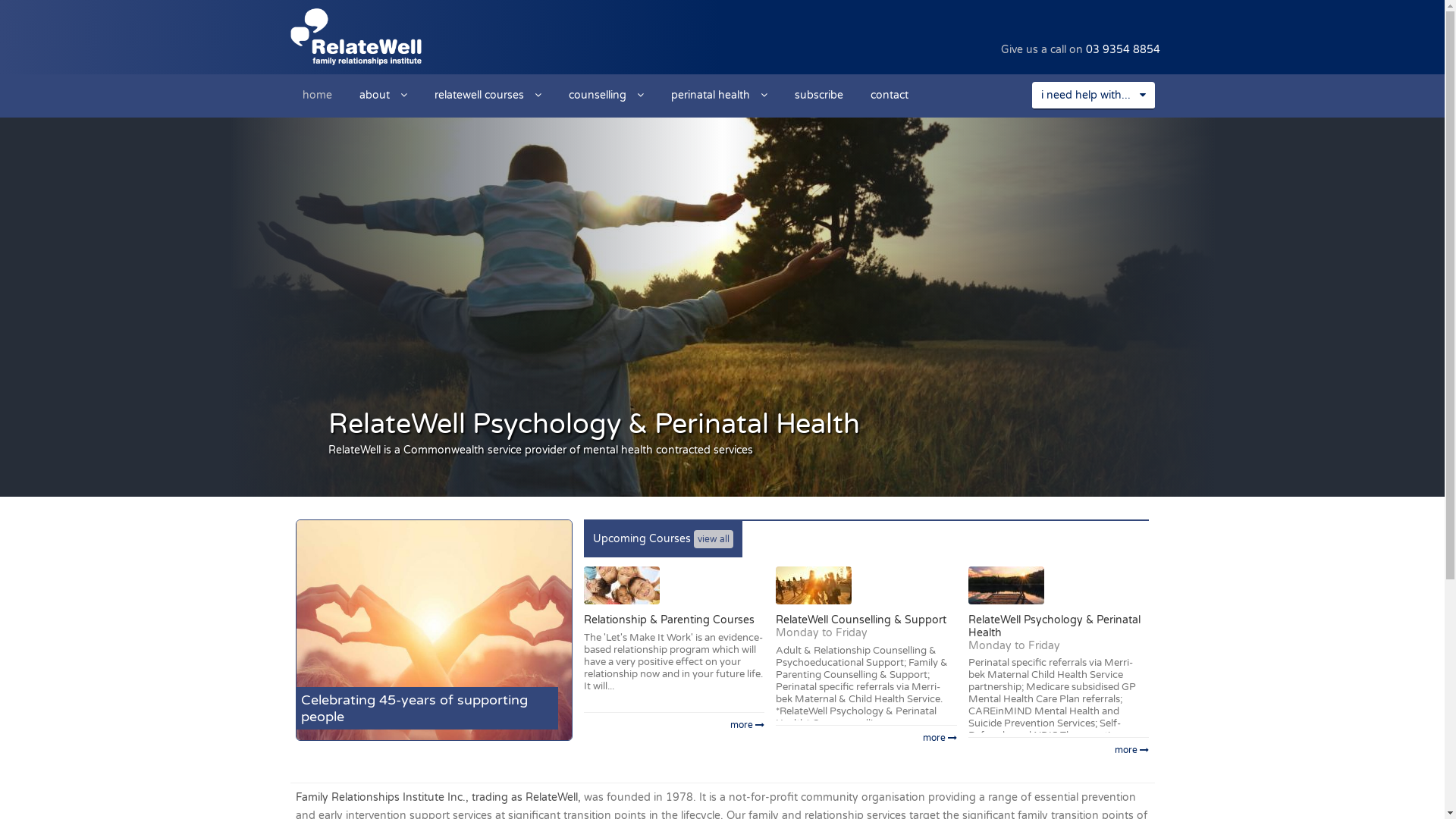  What do you see at coordinates (1031, 96) in the screenshot?
I see `'i need help with...'` at bounding box center [1031, 96].